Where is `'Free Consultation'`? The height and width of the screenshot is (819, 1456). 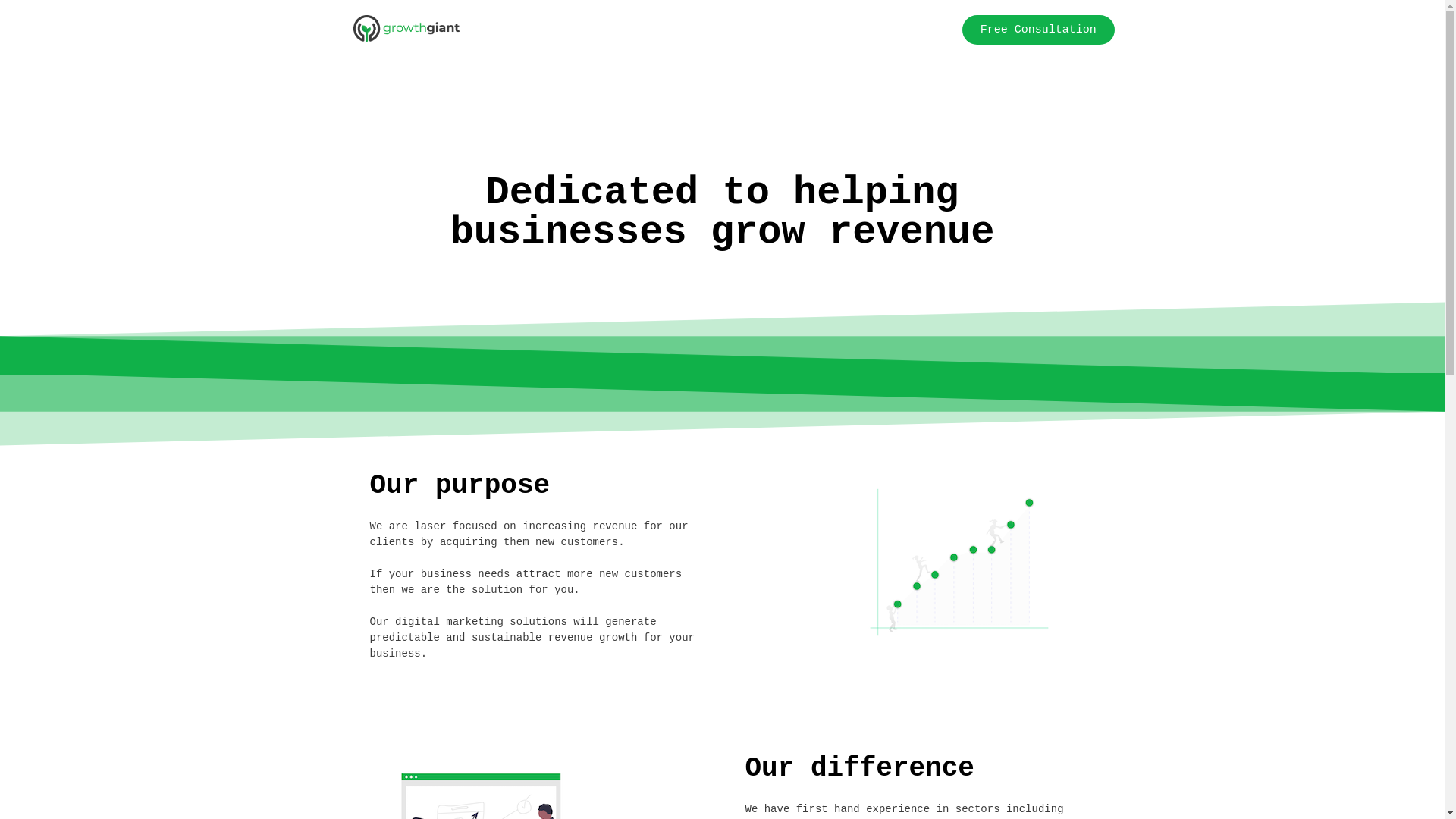
'Free Consultation' is located at coordinates (1037, 30).